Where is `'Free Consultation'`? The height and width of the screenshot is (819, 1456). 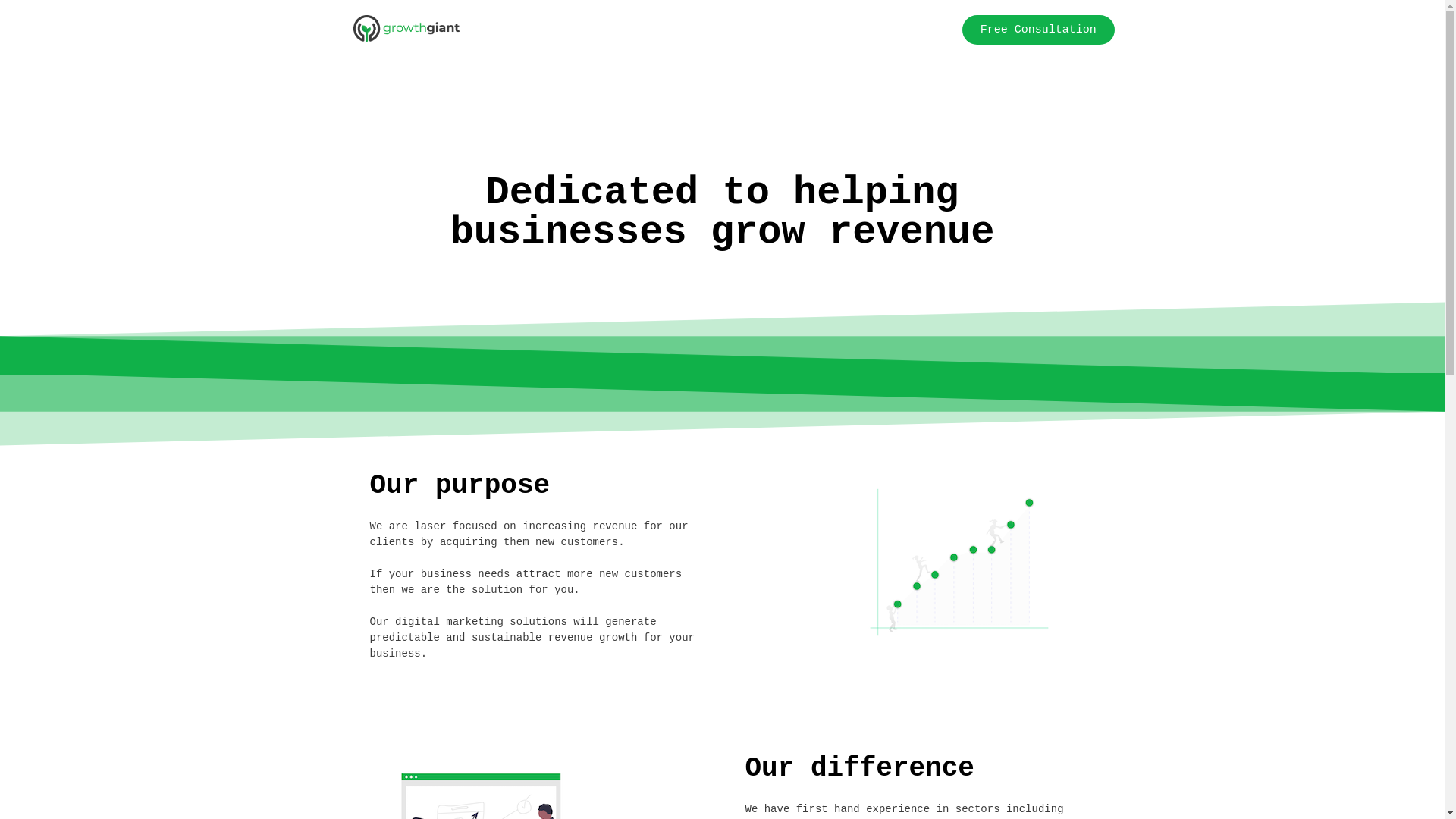
'Free Consultation' is located at coordinates (1037, 30).